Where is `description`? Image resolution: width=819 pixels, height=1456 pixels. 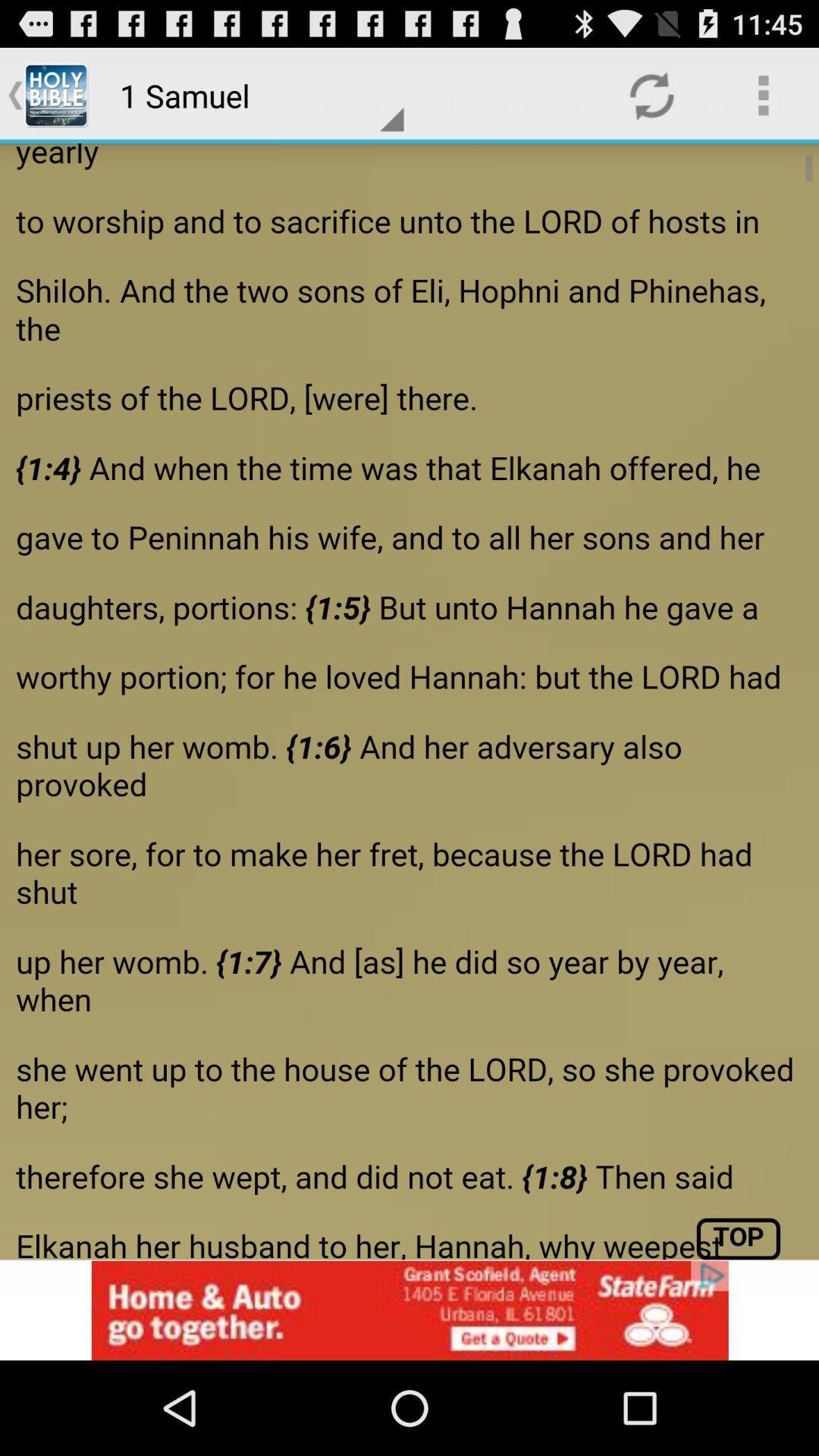 description is located at coordinates (409, 701).